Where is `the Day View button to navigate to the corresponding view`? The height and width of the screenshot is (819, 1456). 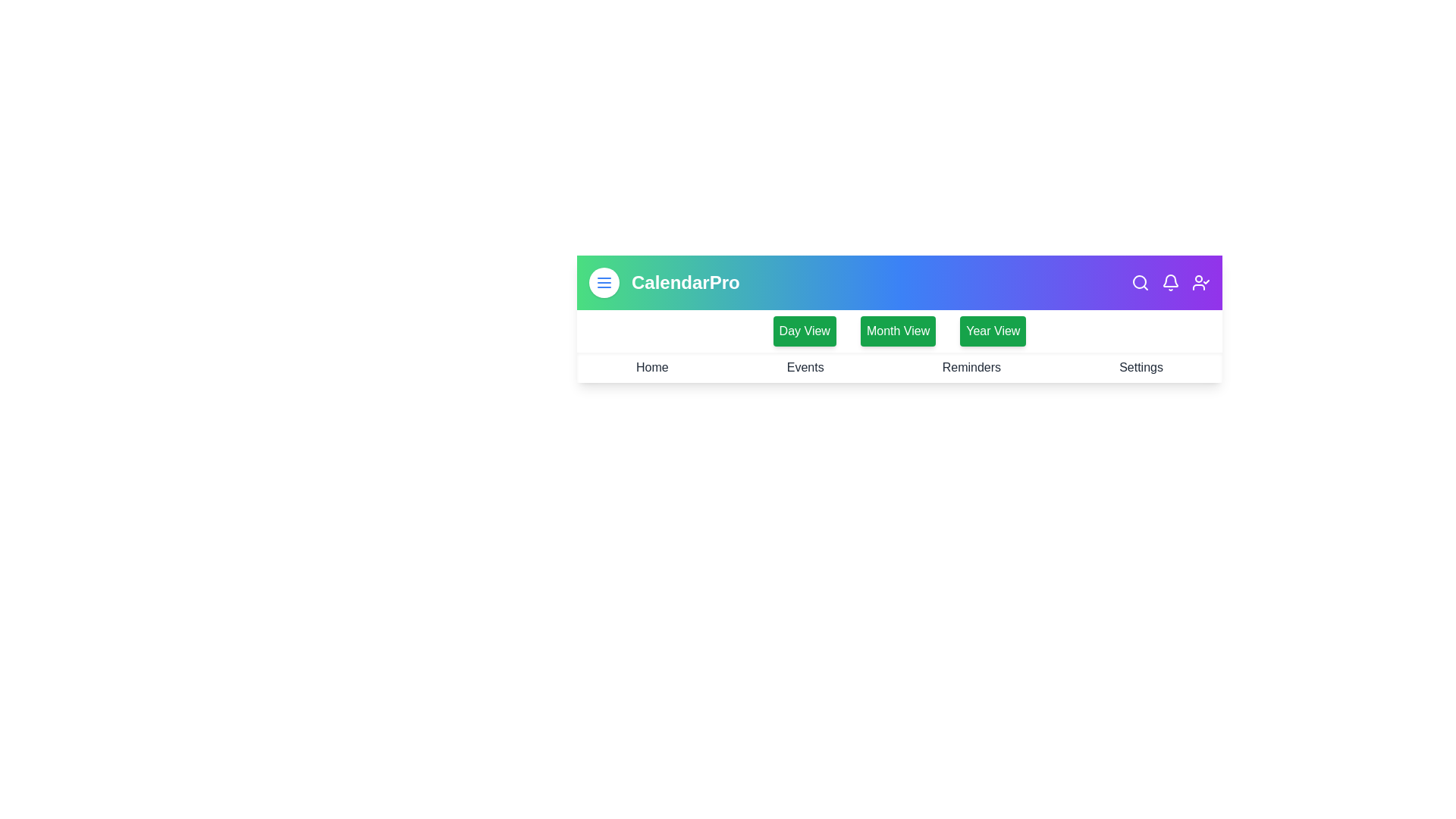
the Day View button to navigate to the corresponding view is located at coordinates (803, 330).